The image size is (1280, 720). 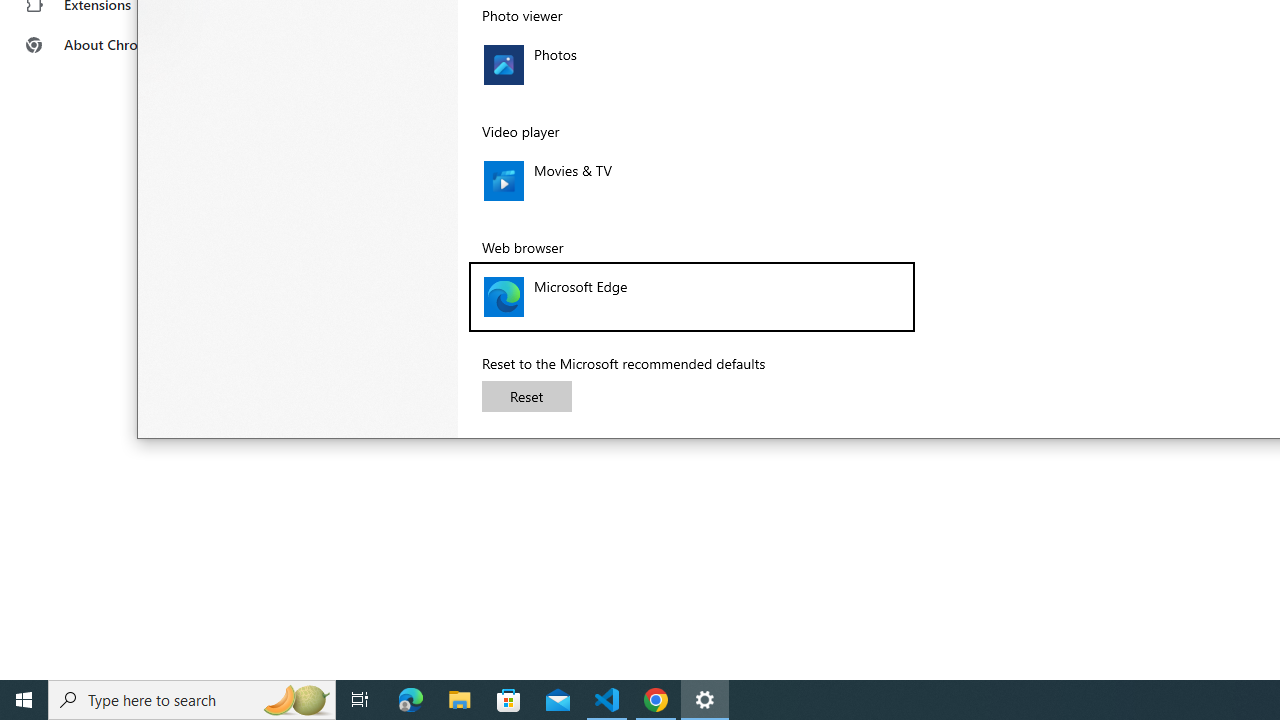 What do you see at coordinates (527, 396) in the screenshot?
I see `'Reset'` at bounding box center [527, 396].